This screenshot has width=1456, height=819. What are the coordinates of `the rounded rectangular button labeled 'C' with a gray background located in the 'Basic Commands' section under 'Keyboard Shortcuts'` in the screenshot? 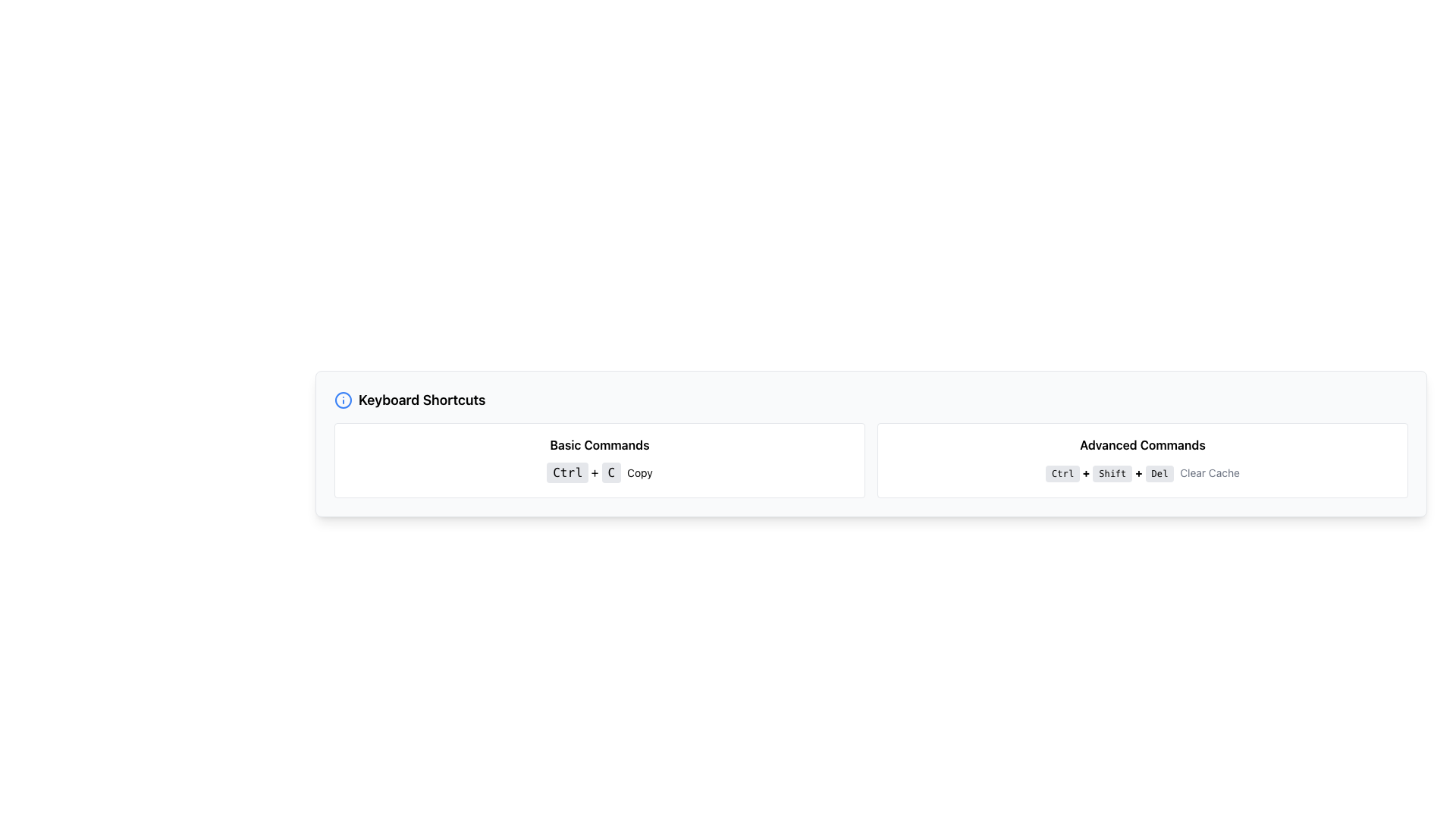 It's located at (611, 472).